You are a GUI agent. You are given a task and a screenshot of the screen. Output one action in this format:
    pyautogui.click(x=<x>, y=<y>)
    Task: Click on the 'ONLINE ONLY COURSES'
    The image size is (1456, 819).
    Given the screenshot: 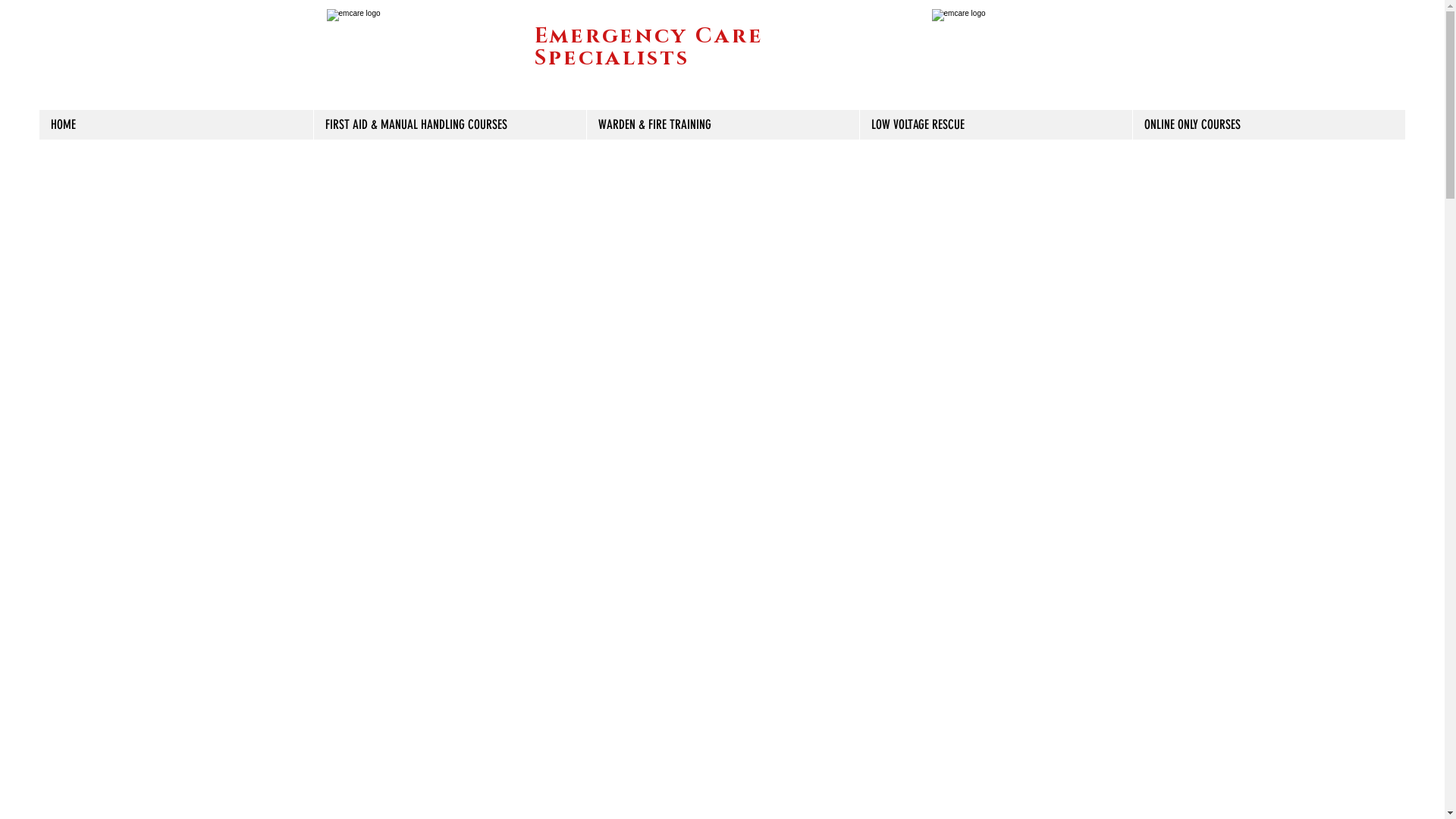 What is the action you would take?
    pyautogui.click(x=1131, y=124)
    